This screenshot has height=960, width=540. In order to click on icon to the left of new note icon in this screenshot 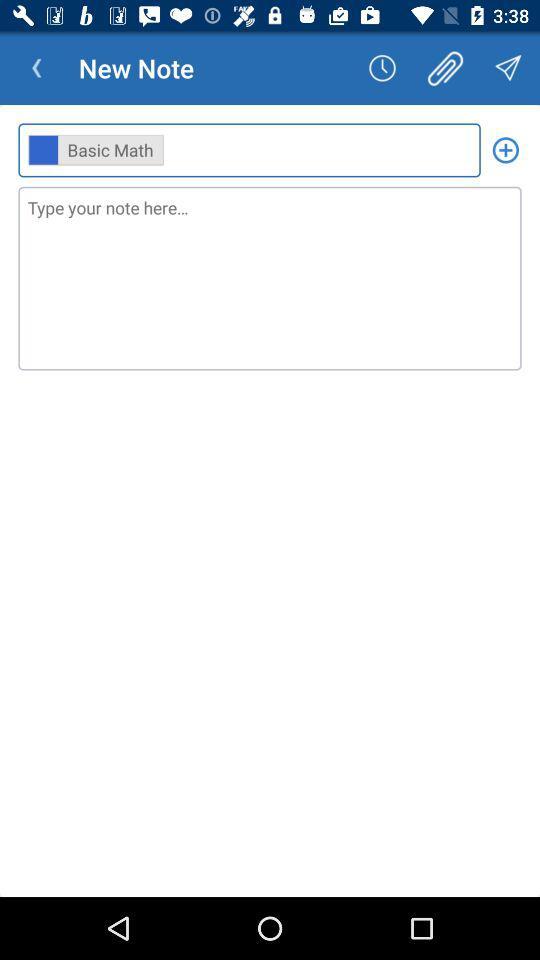, I will do `click(36, 68)`.